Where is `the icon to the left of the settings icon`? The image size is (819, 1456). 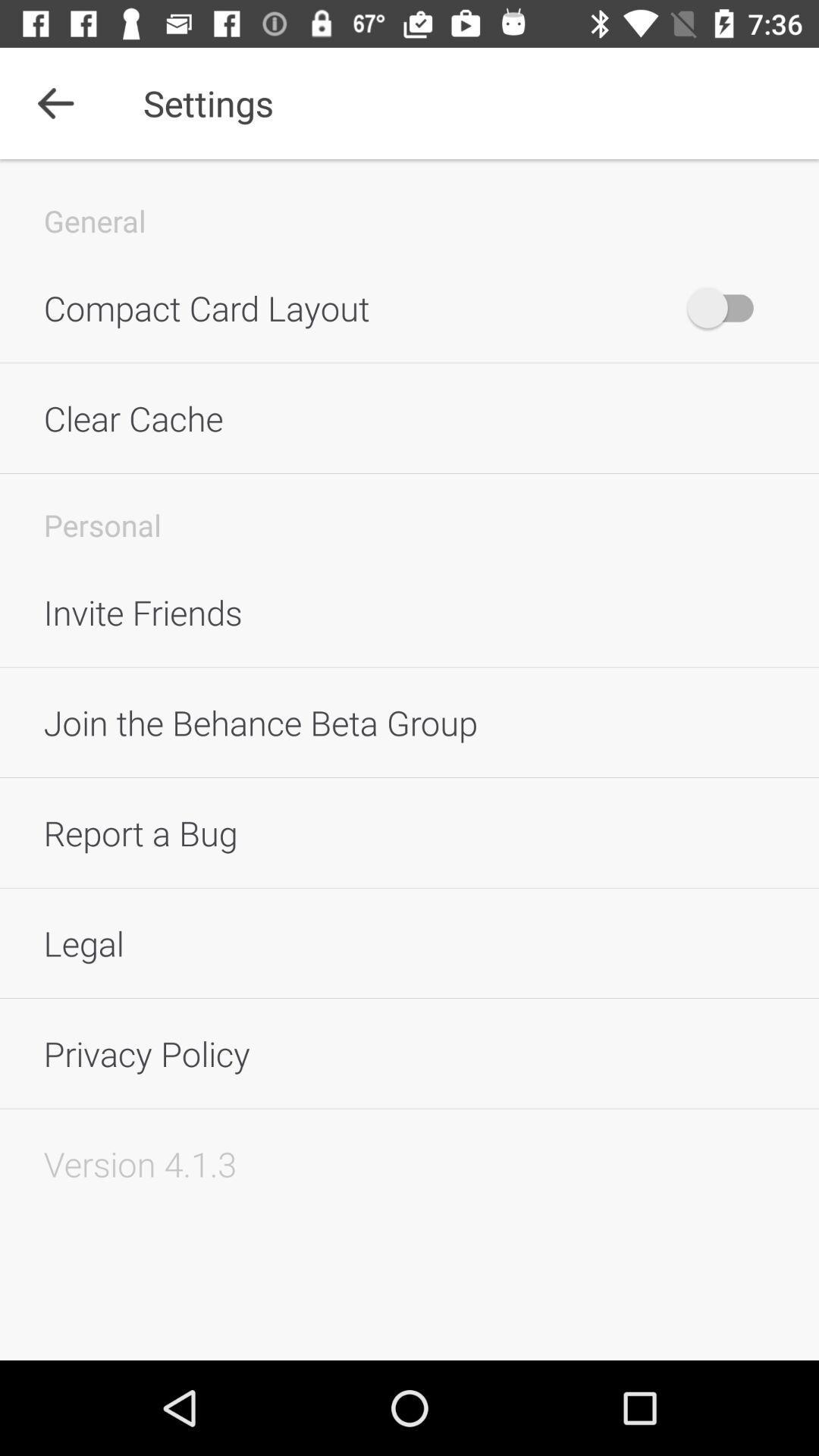 the icon to the left of the settings icon is located at coordinates (55, 102).